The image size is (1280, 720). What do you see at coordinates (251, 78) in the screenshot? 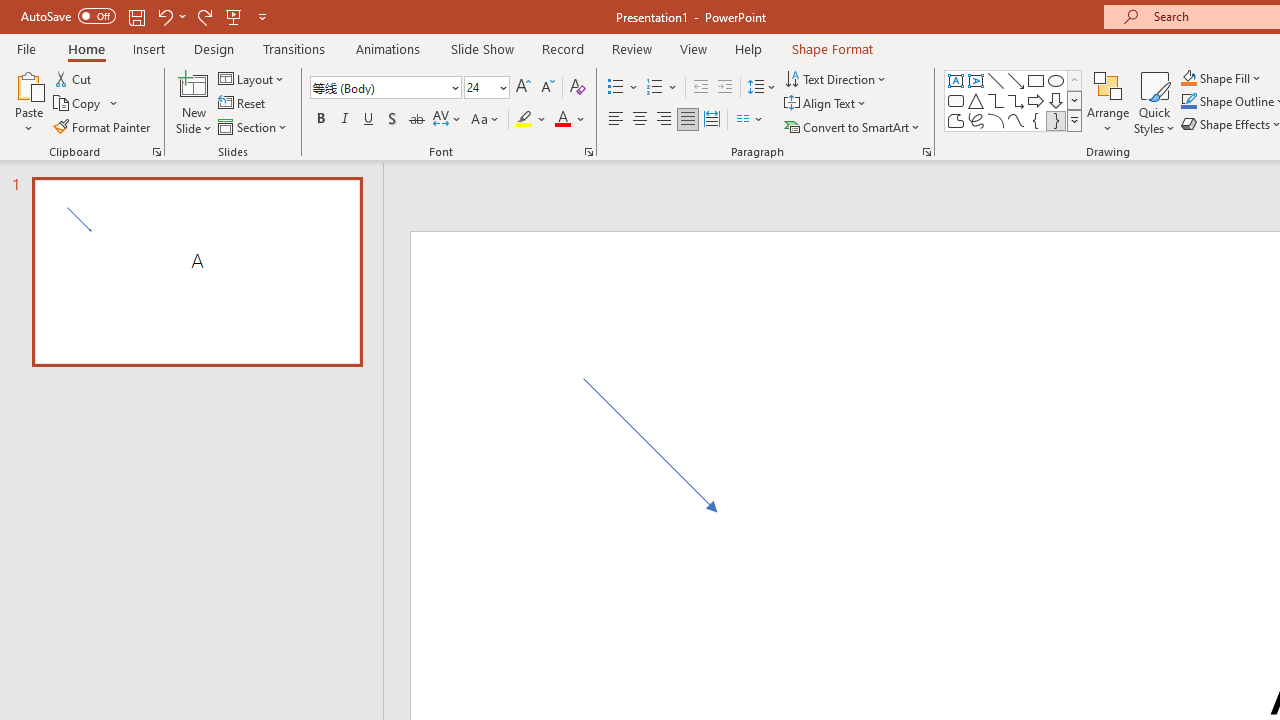
I see `'Layout'` at bounding box center [251, 78].